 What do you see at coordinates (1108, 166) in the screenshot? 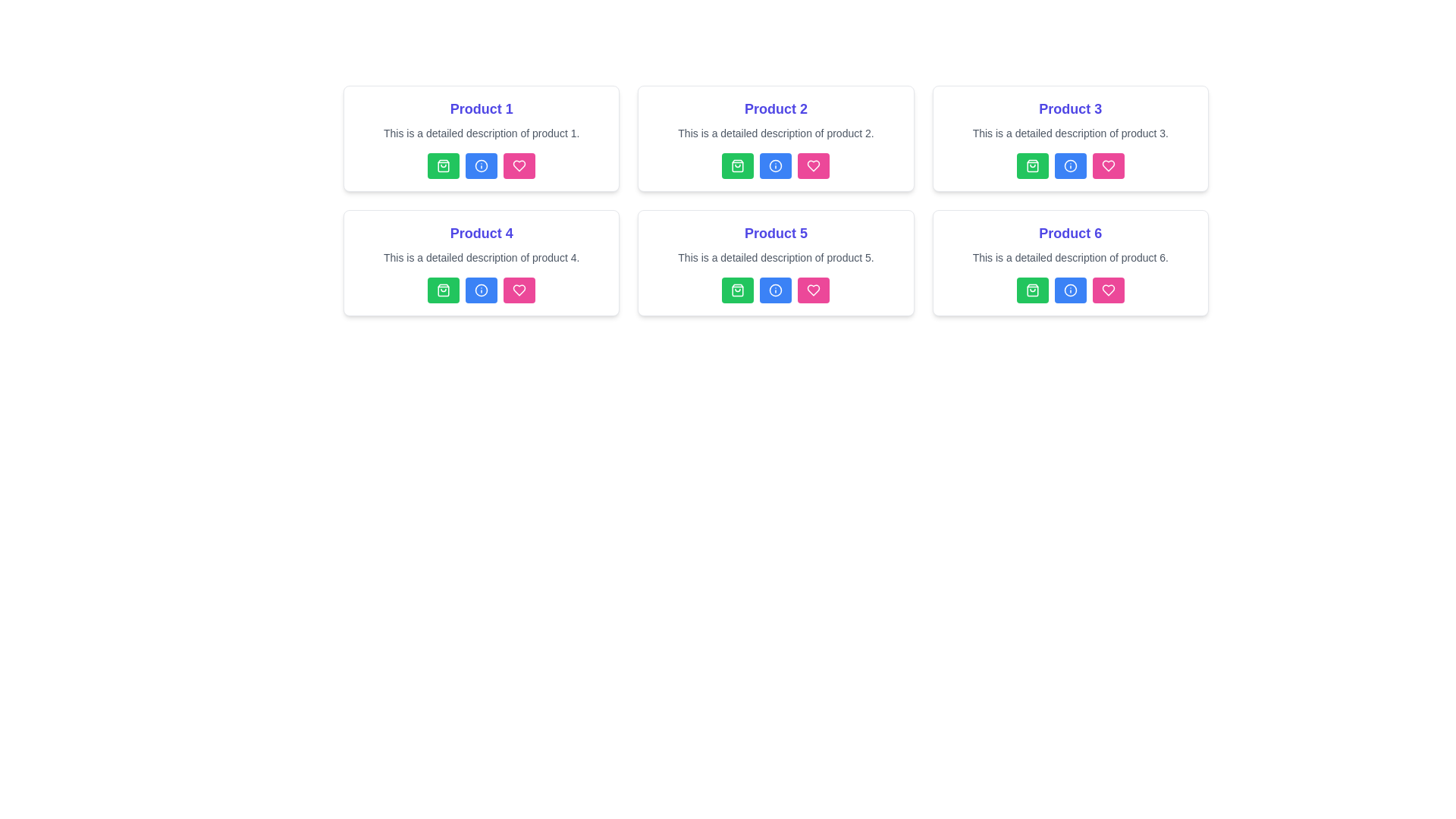
I see `the pink button with a white heart icon, which is the last button in the group below 'Product 3' in the third card, to favorite the product` at bounding box center [1108, 166].